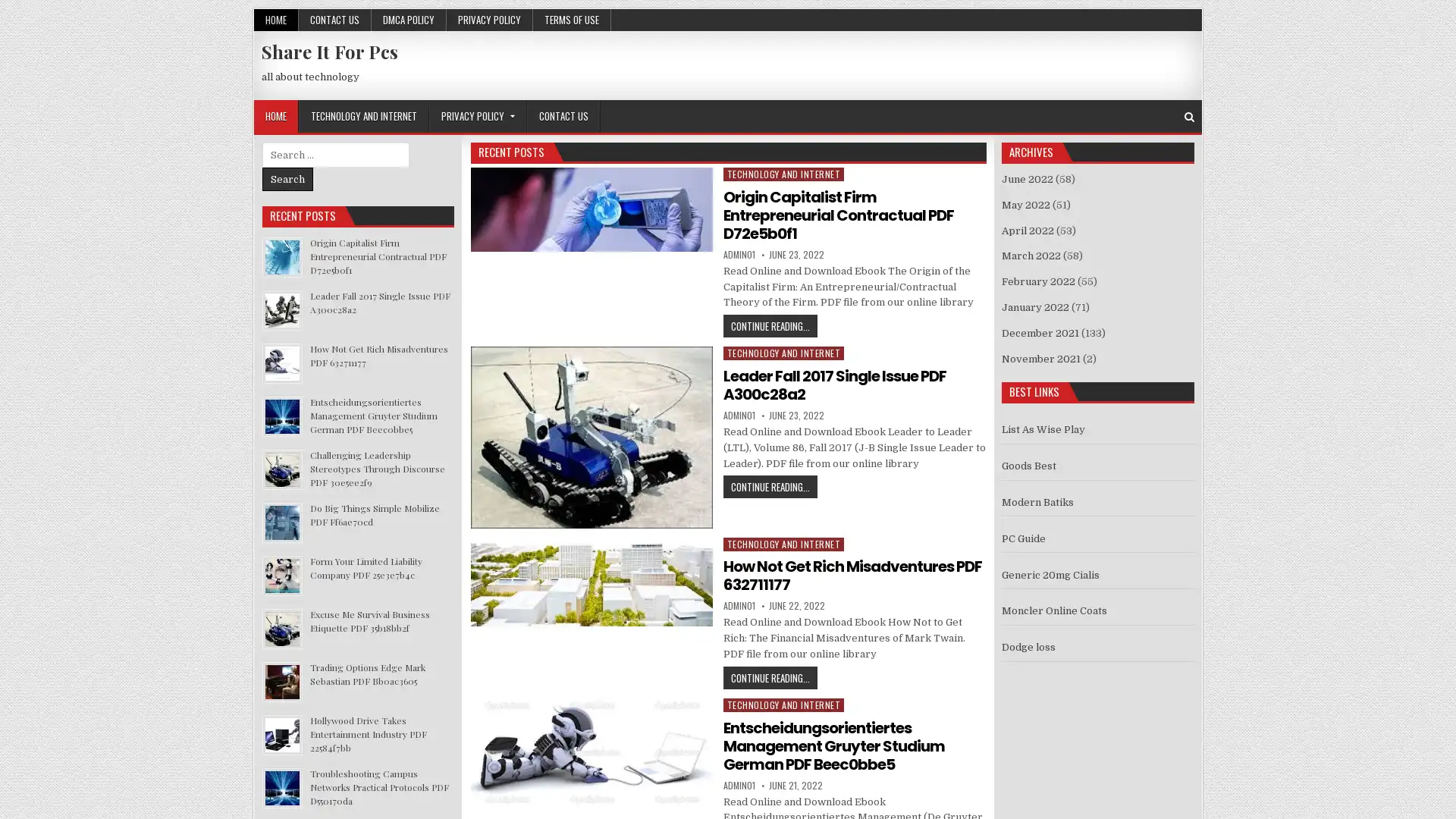  Describe the element at coordinates (287, 178) in the screenshot. I see `Search` at that location.